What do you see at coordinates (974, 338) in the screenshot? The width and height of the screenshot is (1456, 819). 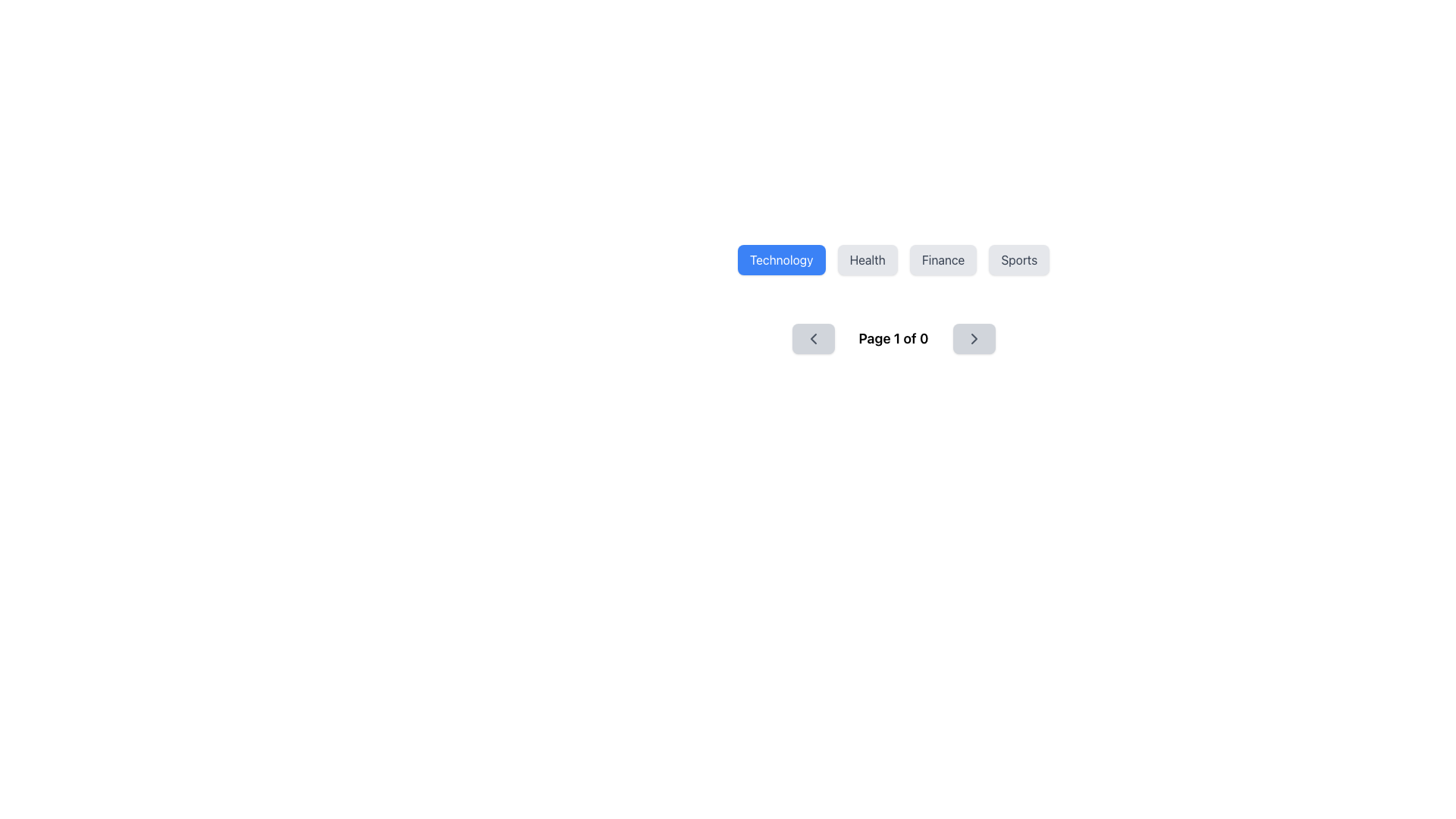 I see `the gray button with rounded corners and a chevron-arrow icon pointing right` at bounding box center [974, 338].